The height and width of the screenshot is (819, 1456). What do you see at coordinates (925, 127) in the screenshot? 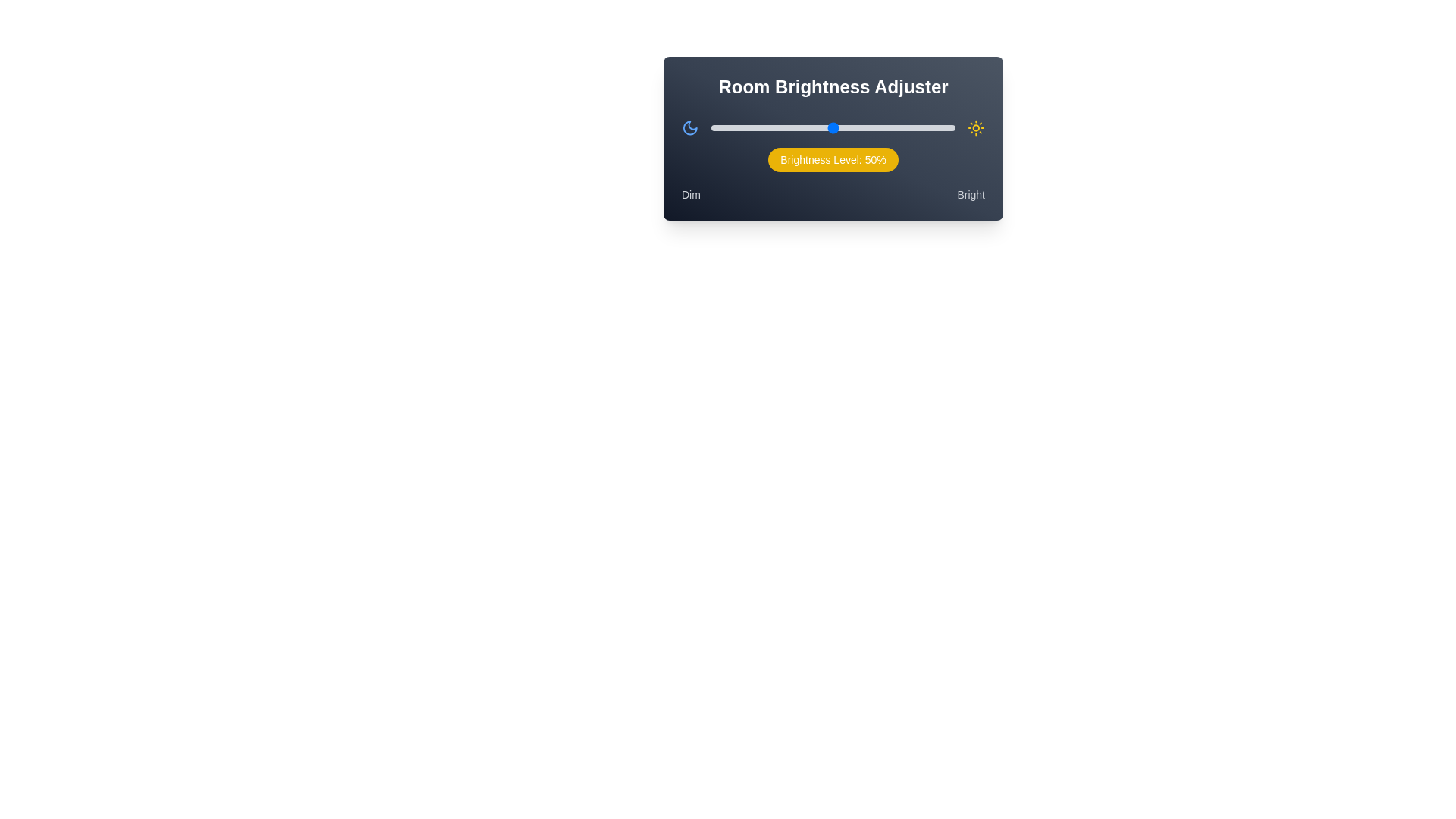
I see `the brightness slider to 88%` at bounding box center [925, 127].